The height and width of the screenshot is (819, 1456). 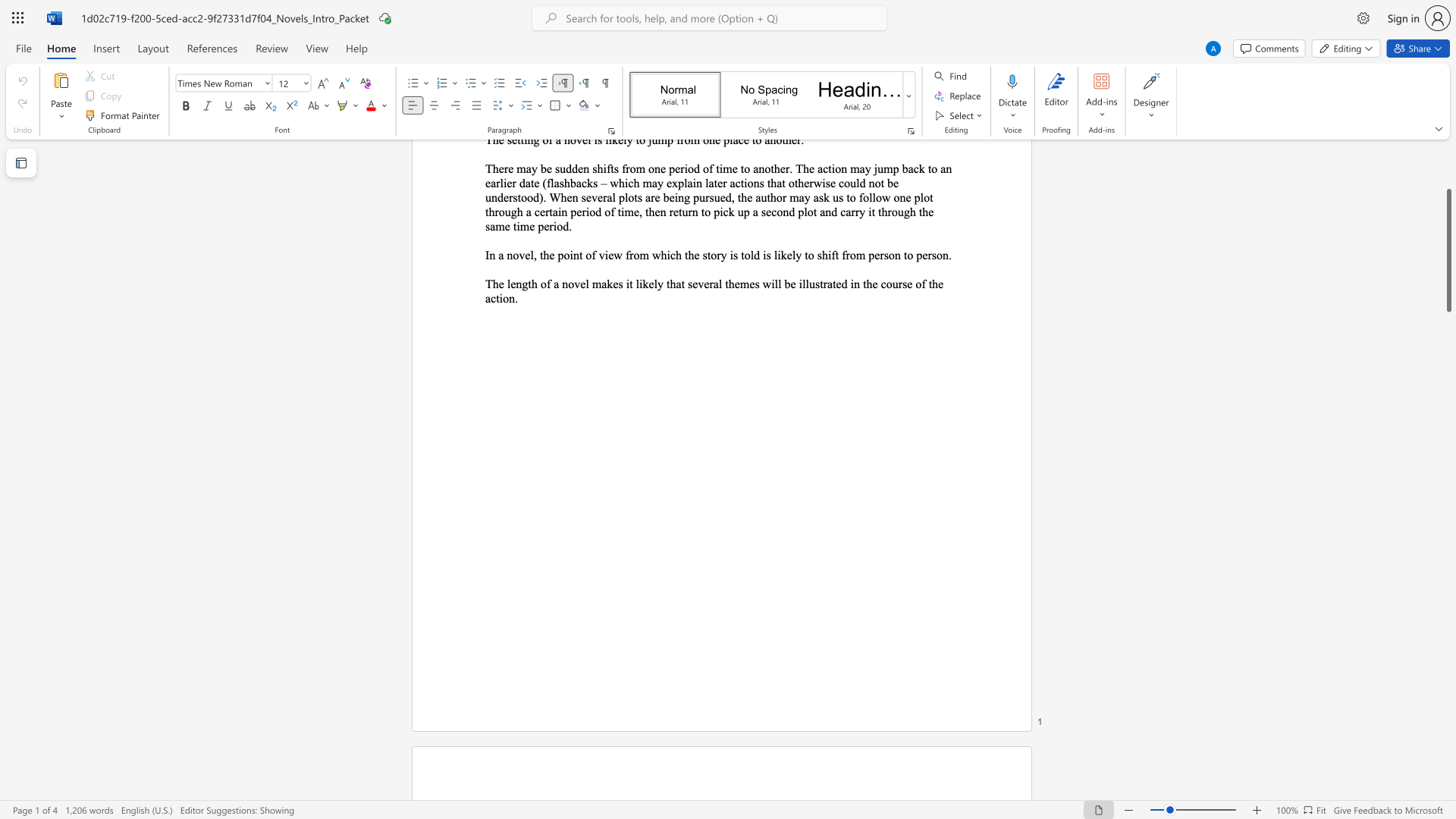 I want to click on the scrollbar and move down 2350 pixels, so click(x=1448, y=249).